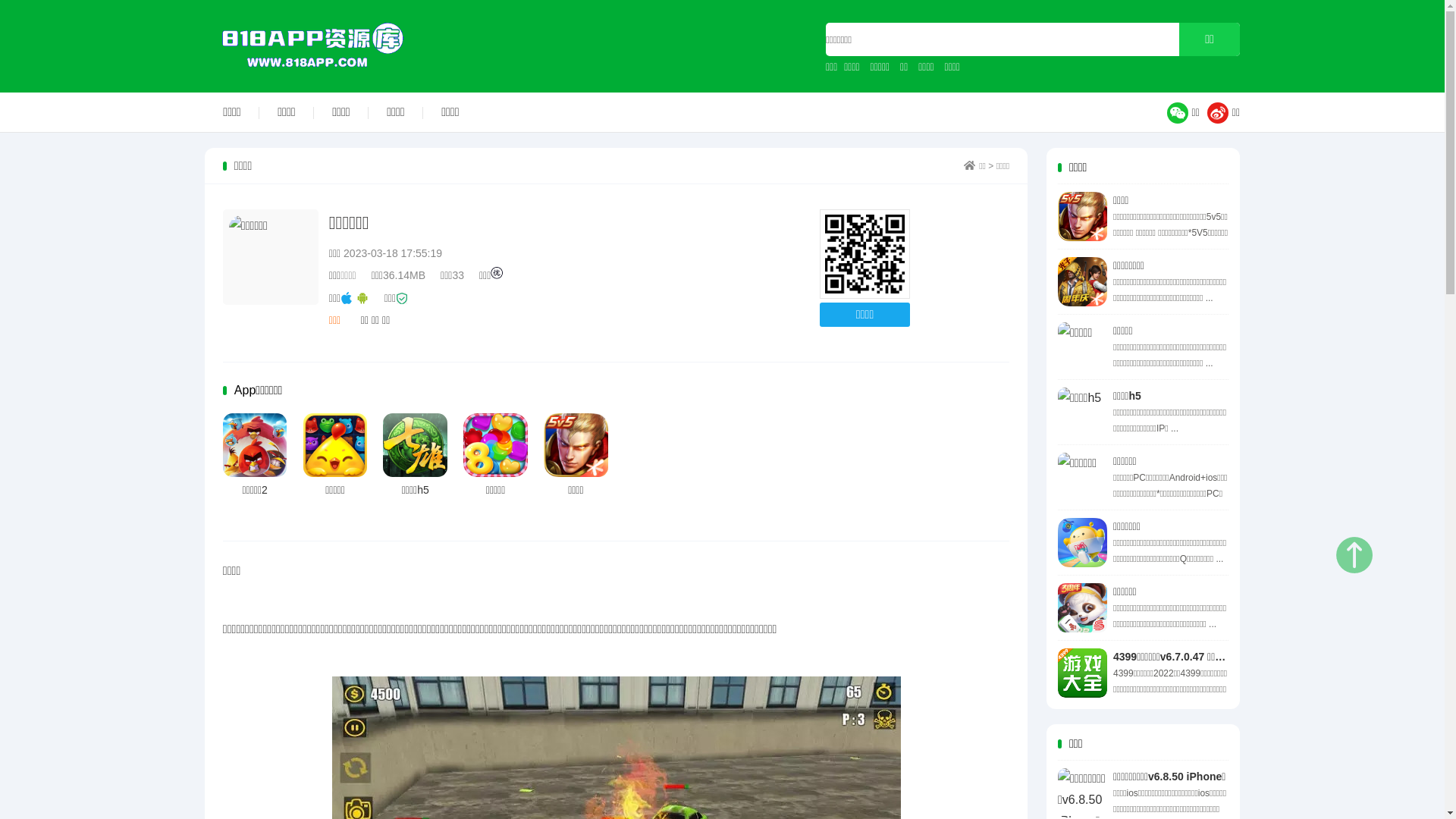  Describe the element at coordinates (824, 253) in the screenshot. I see `'http://www.818app.com'` at that location.